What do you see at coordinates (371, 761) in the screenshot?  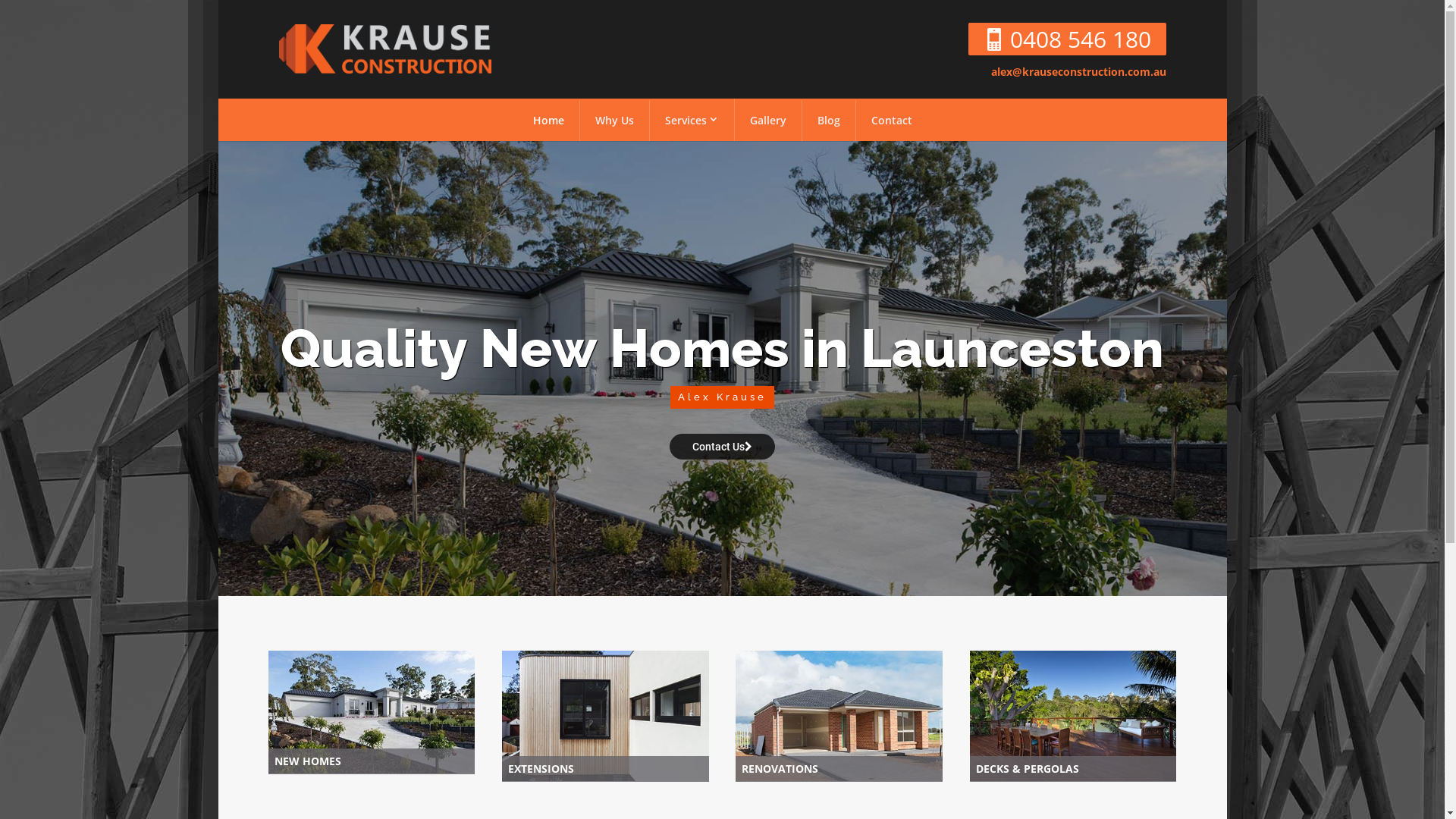 I see `'NEW HOMES'` at bounding box center [371, 761].